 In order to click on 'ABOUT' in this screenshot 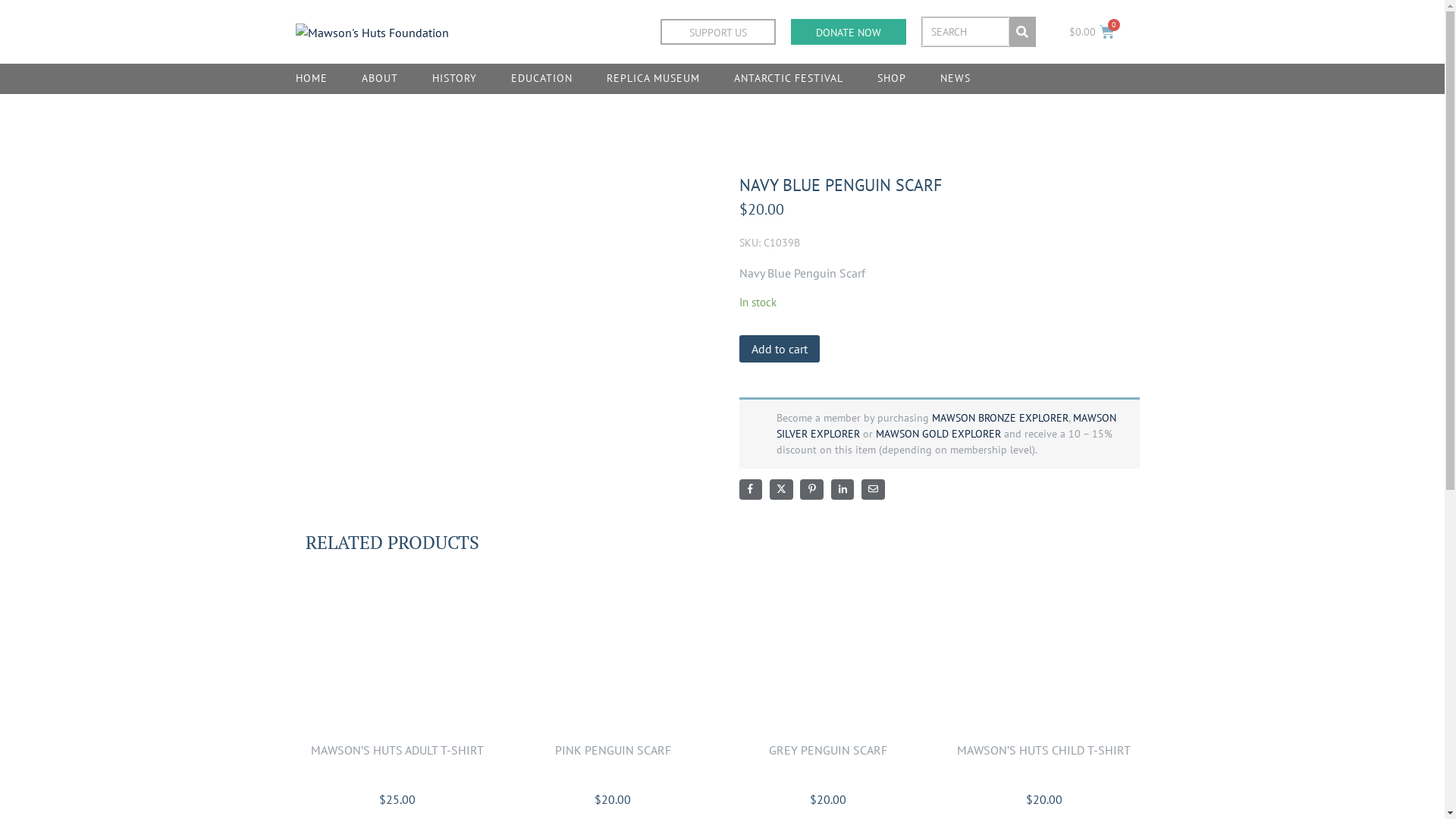, I will do `click(379, 79)`.